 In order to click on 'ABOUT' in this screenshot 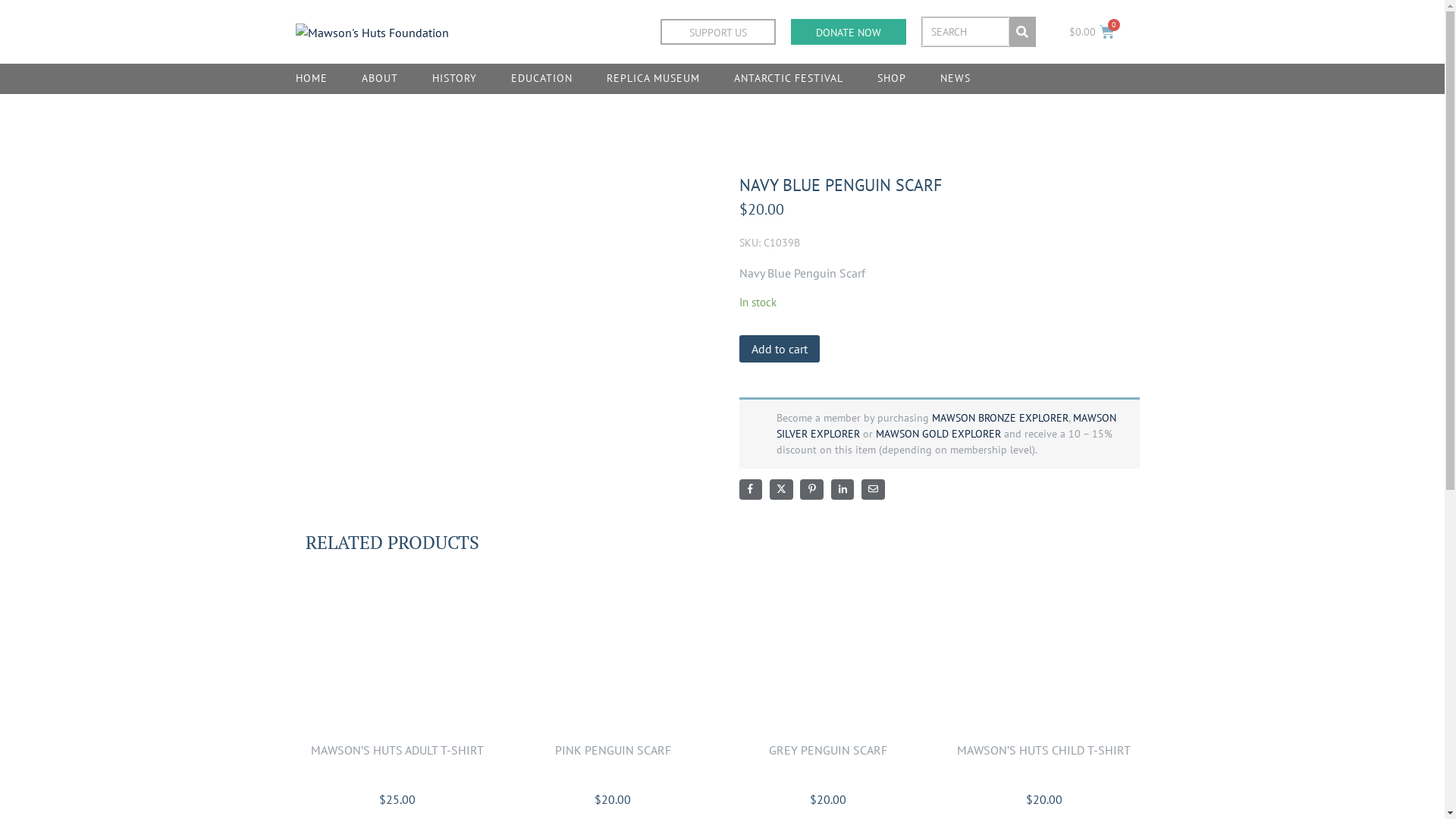, I will do `click(379, 79)`.